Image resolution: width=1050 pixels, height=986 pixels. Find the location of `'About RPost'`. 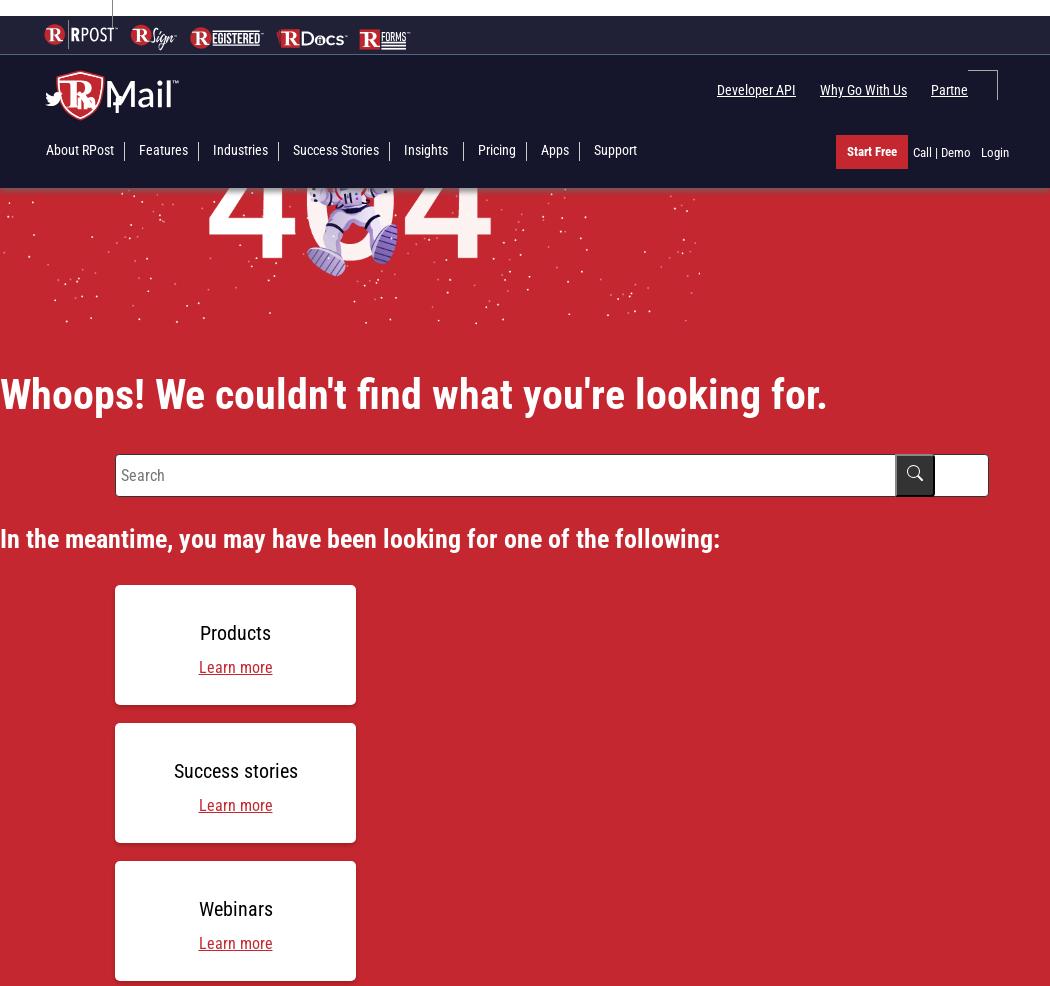

'About RPost' is located at coordinates (80, 149).